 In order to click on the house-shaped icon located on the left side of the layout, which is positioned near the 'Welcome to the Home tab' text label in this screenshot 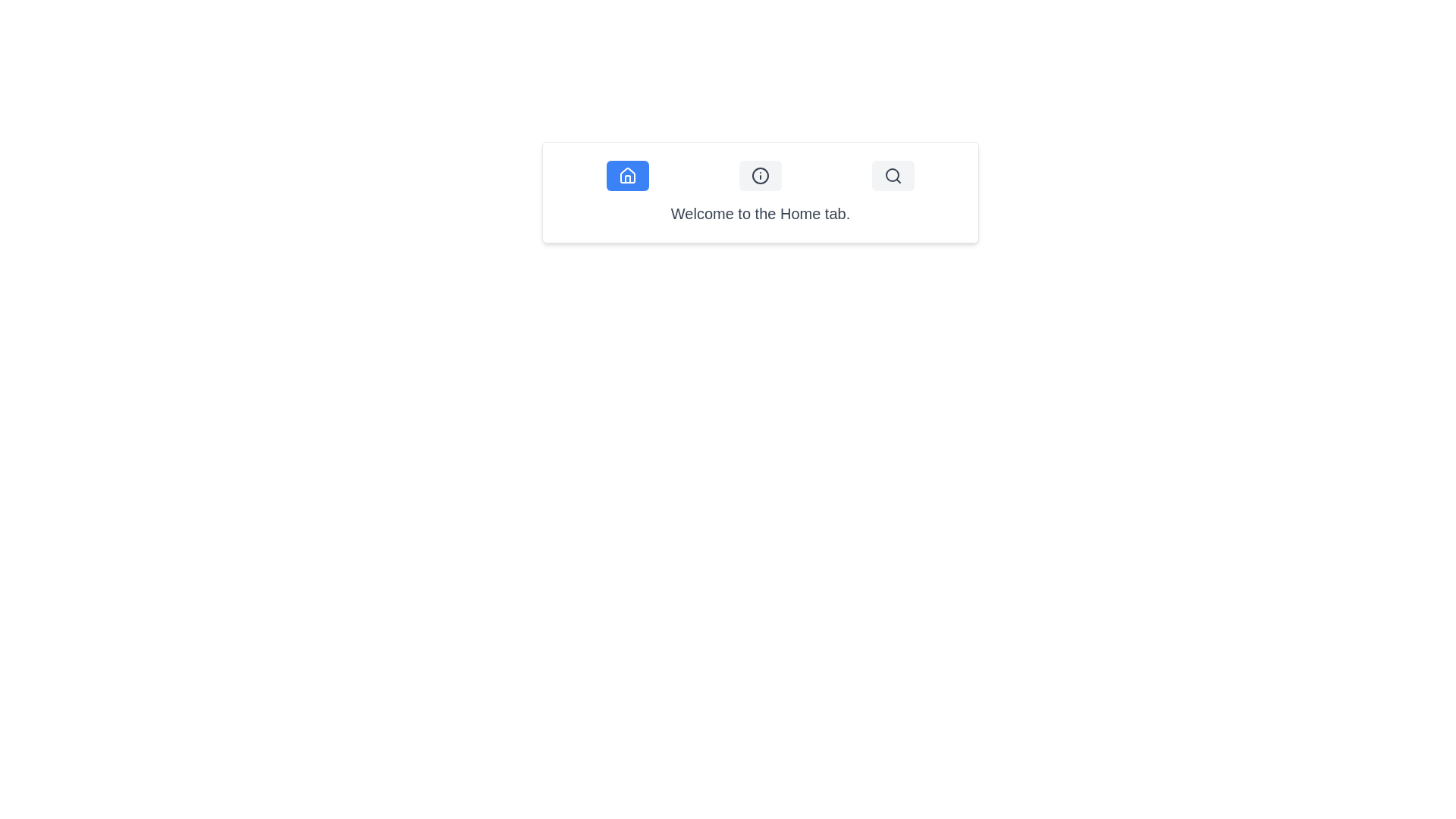, I will do `click(627, 174)`.